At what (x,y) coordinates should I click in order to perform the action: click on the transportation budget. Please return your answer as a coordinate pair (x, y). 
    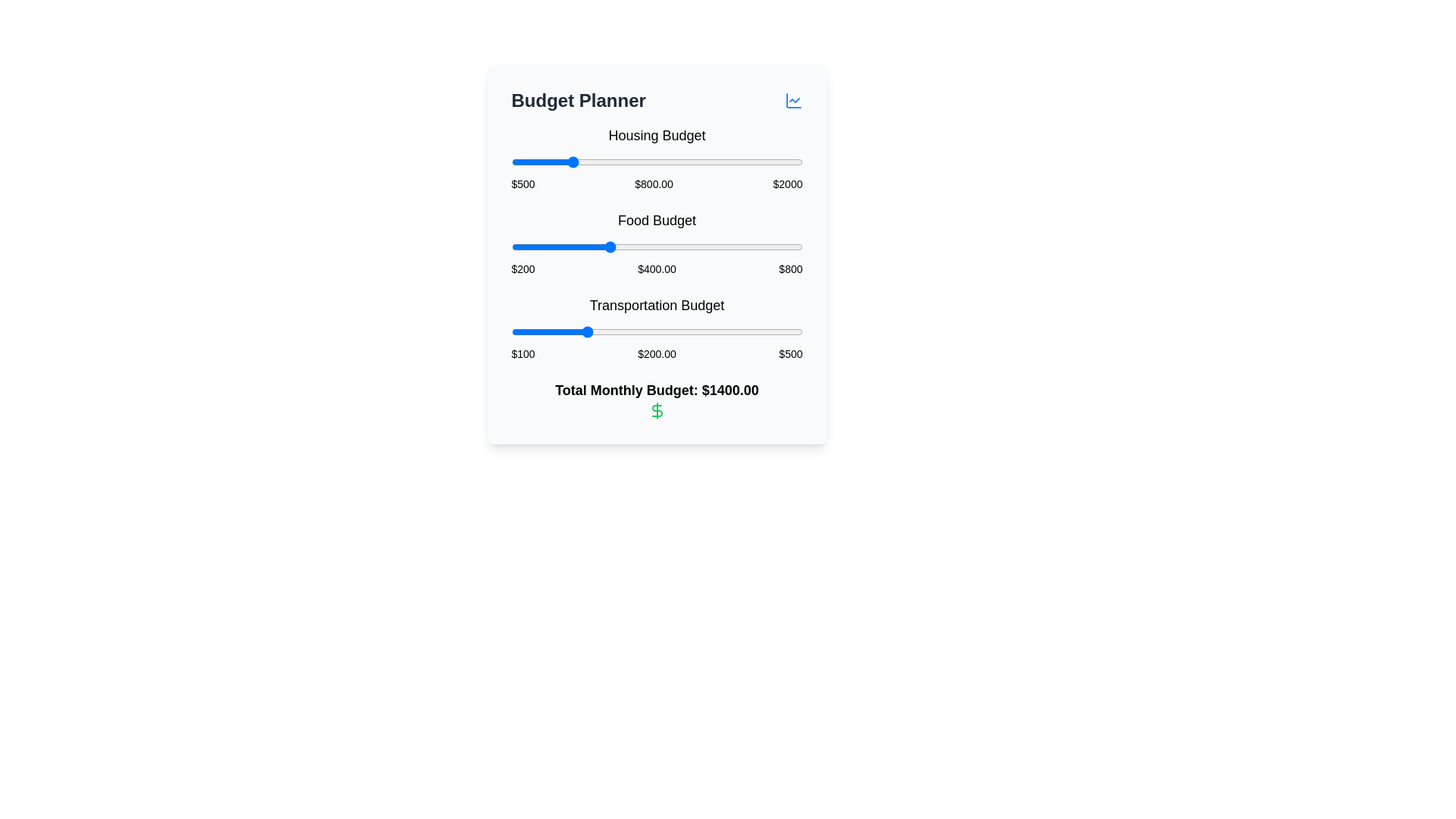
    Looking at the image, I should click on (632, 331).